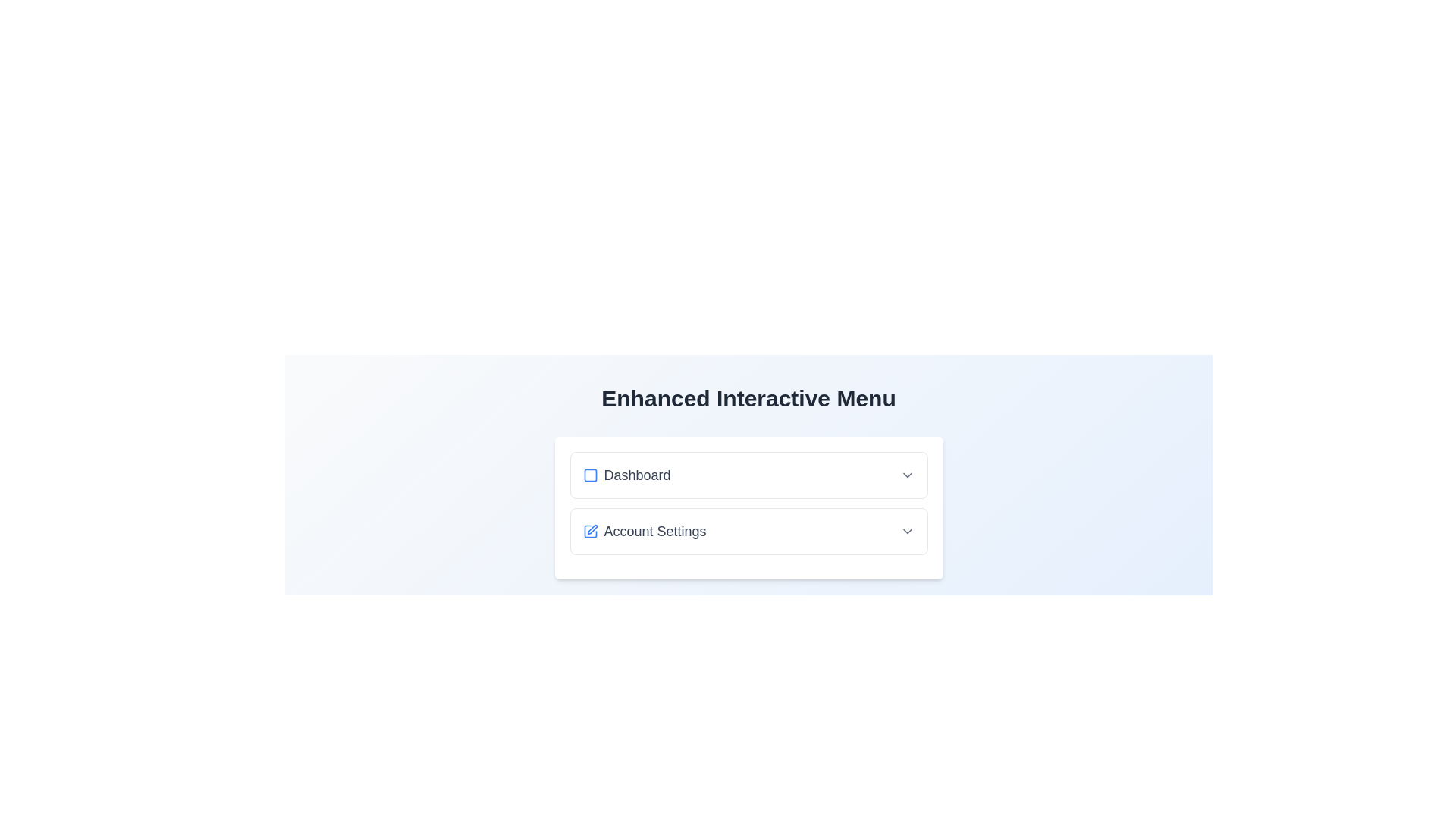 The image size is (1456, 819). What do you see at coordinates (589, 531) in the screenshot?
I see `the icon representing account settings located on the leftmost side of the 'Account Settings' row in the menu` at bounding box center [589, 531].